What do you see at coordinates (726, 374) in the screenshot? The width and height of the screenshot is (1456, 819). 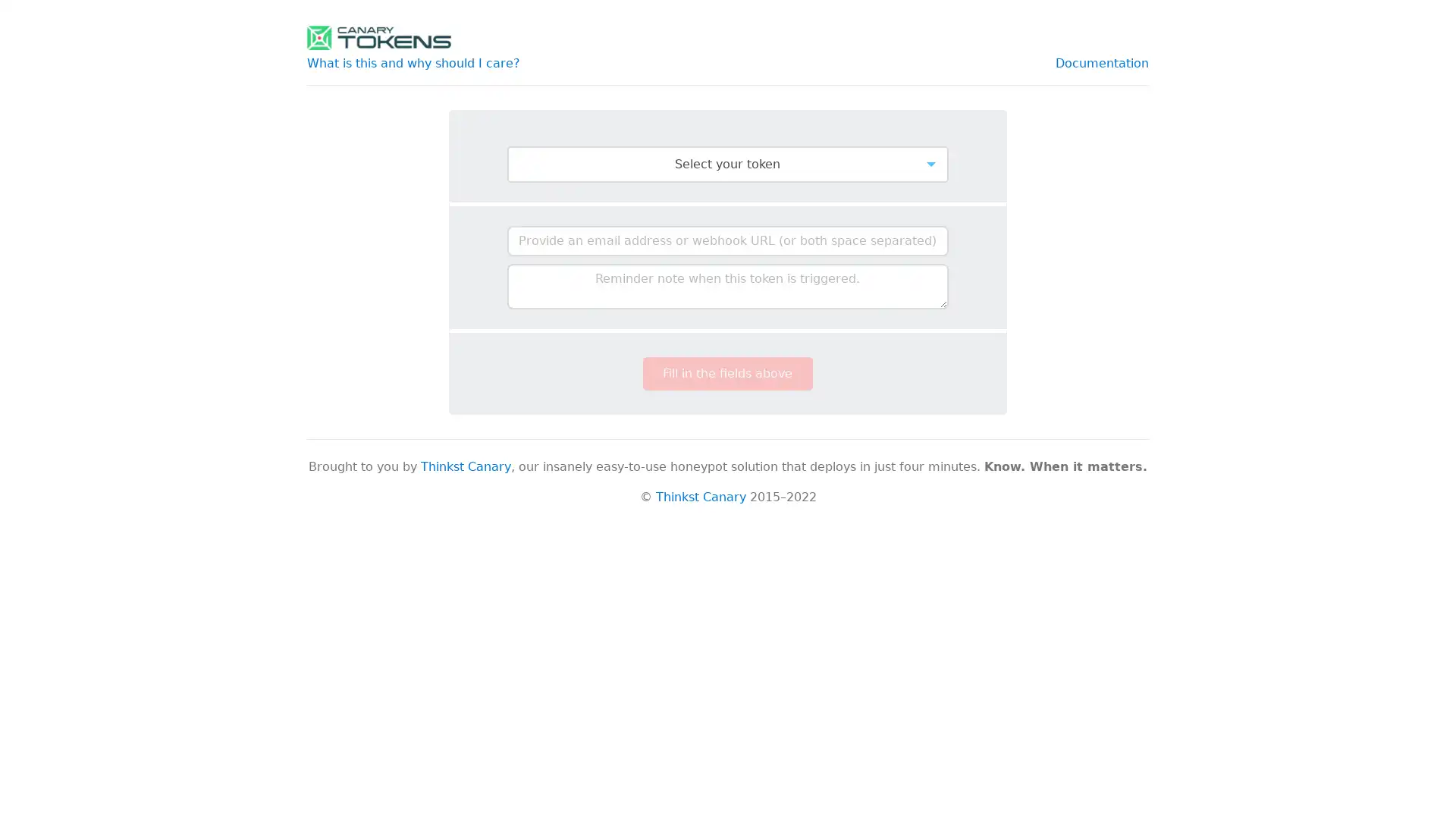 I see `Fill in the fields above` at bounding box center [726, 374].